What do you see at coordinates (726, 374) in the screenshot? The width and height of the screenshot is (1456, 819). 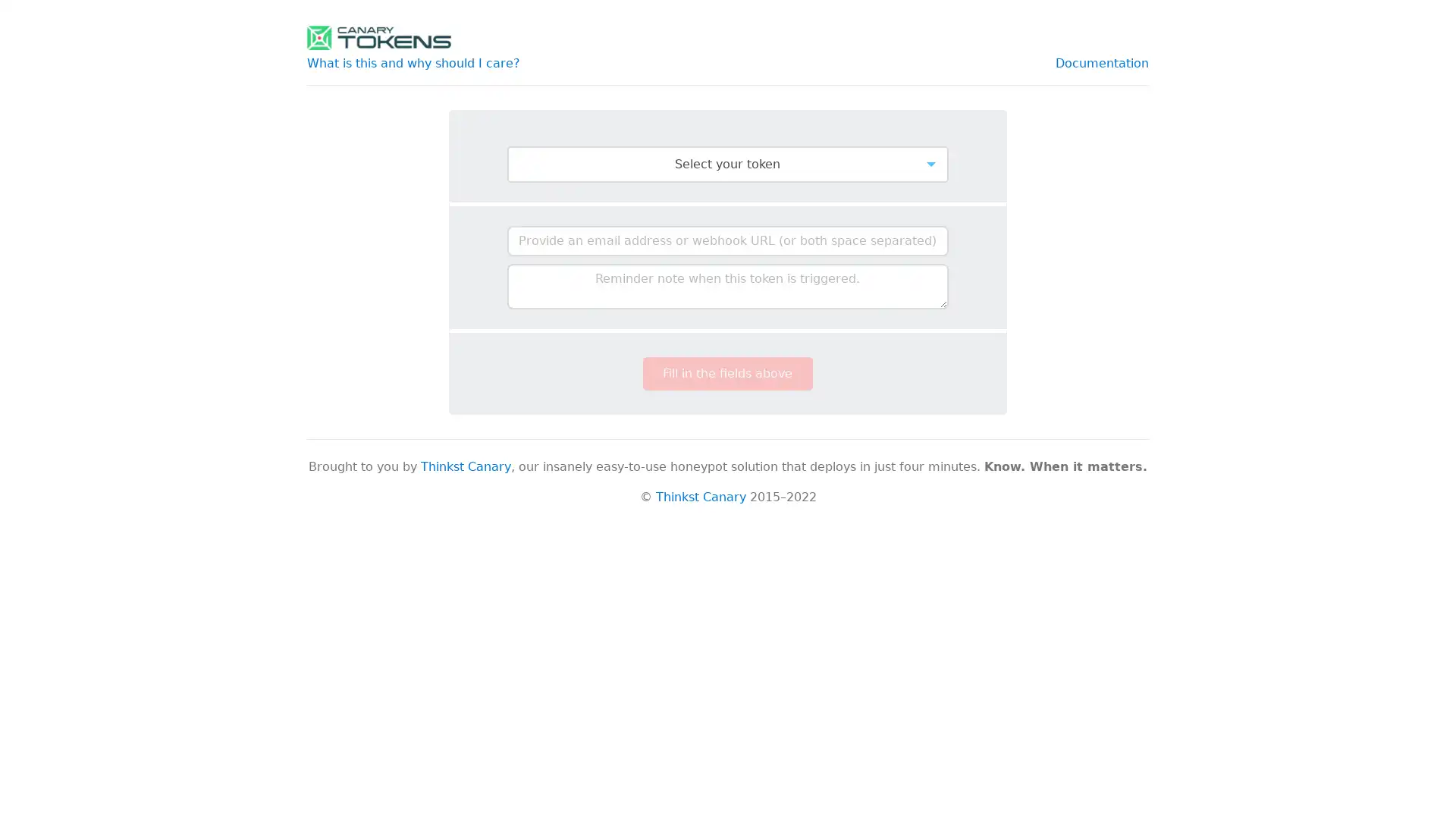 I see `Fill in the fields above` at bounding box center [726, 374].